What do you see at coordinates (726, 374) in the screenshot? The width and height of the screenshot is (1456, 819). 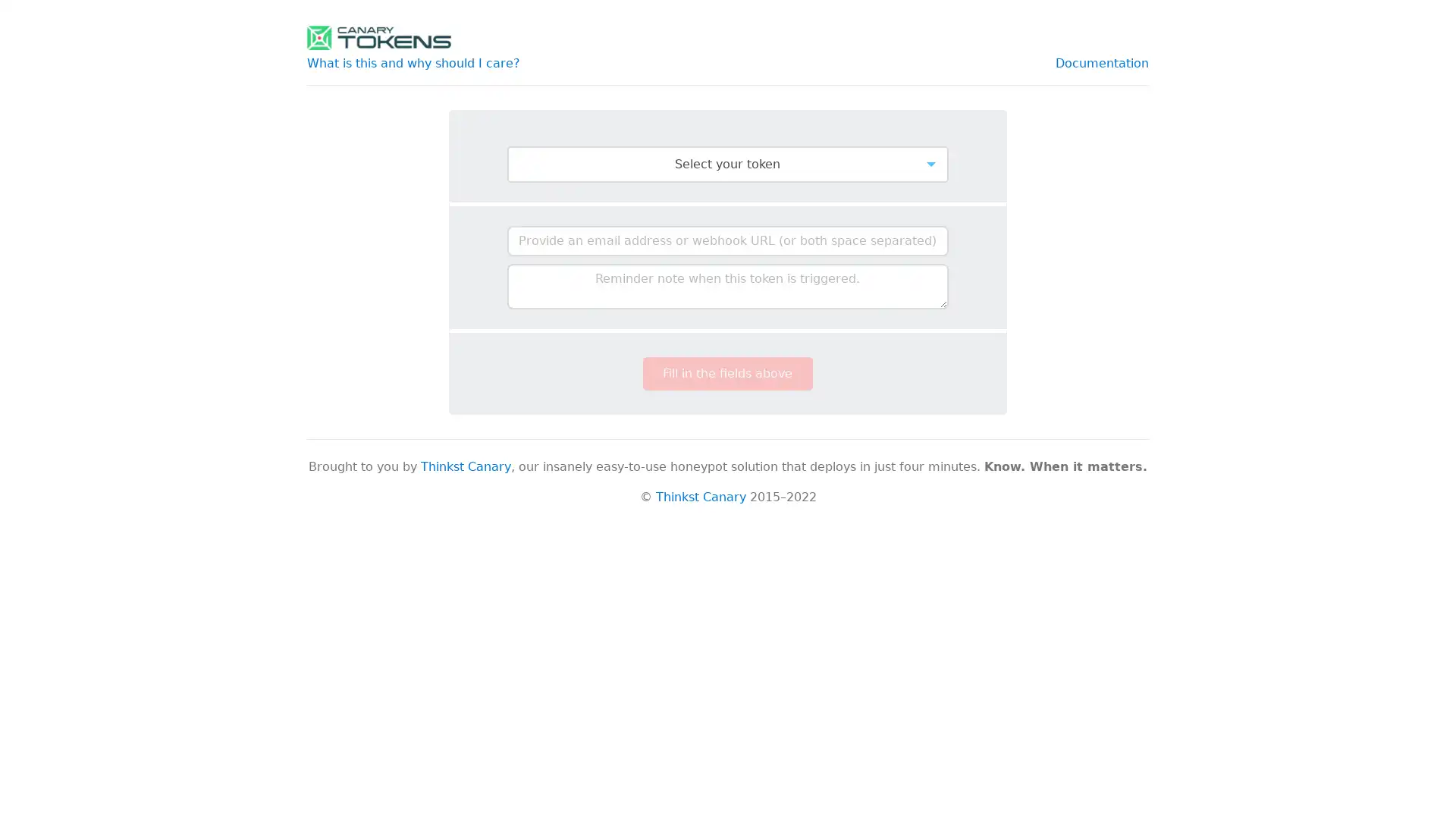 I see `Fill in the fields above` at bounding box center [726, 374].